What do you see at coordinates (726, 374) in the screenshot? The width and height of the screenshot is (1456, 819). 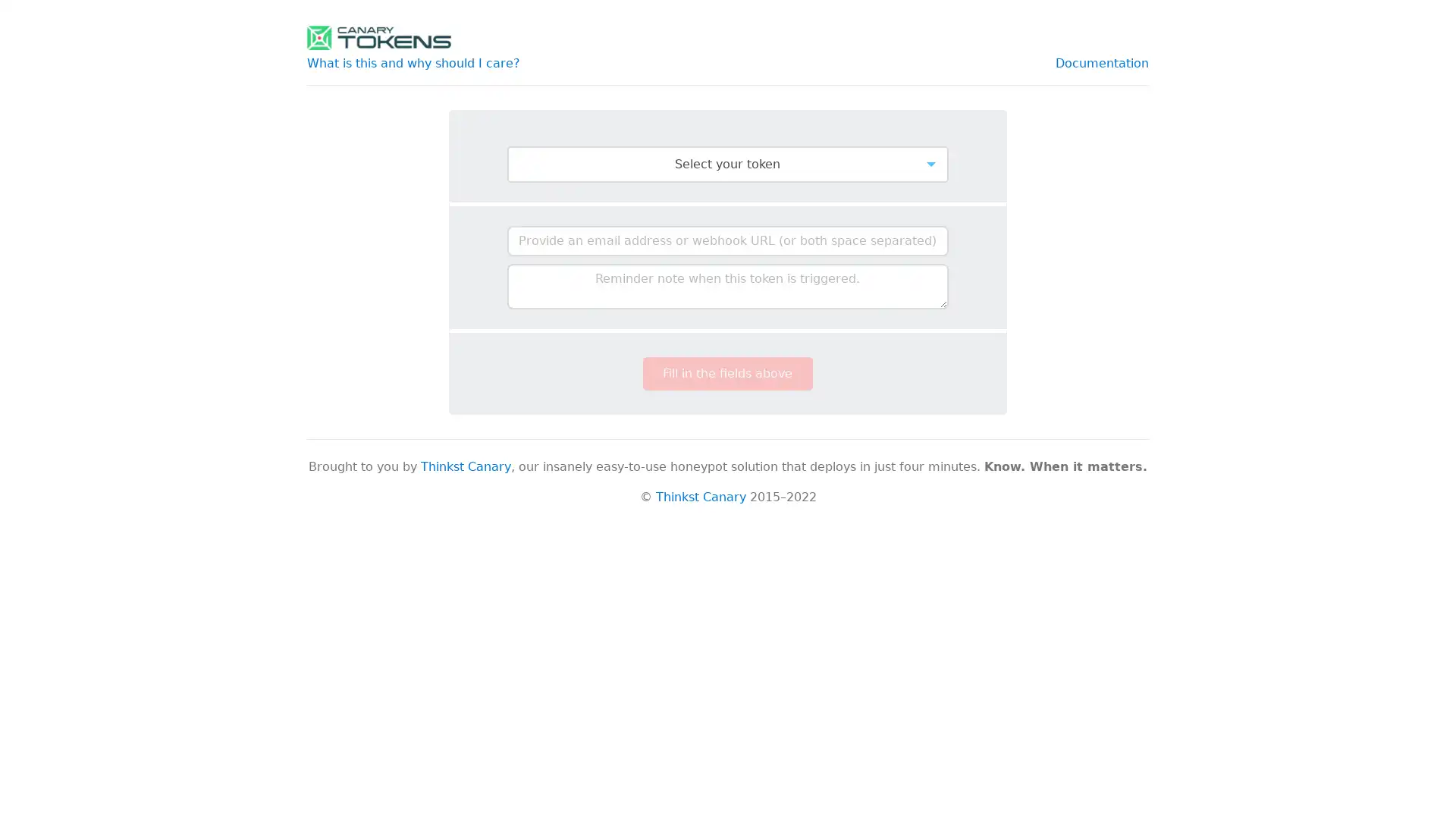 I see `Fill in the fields above` at bounding box center [726, 374].